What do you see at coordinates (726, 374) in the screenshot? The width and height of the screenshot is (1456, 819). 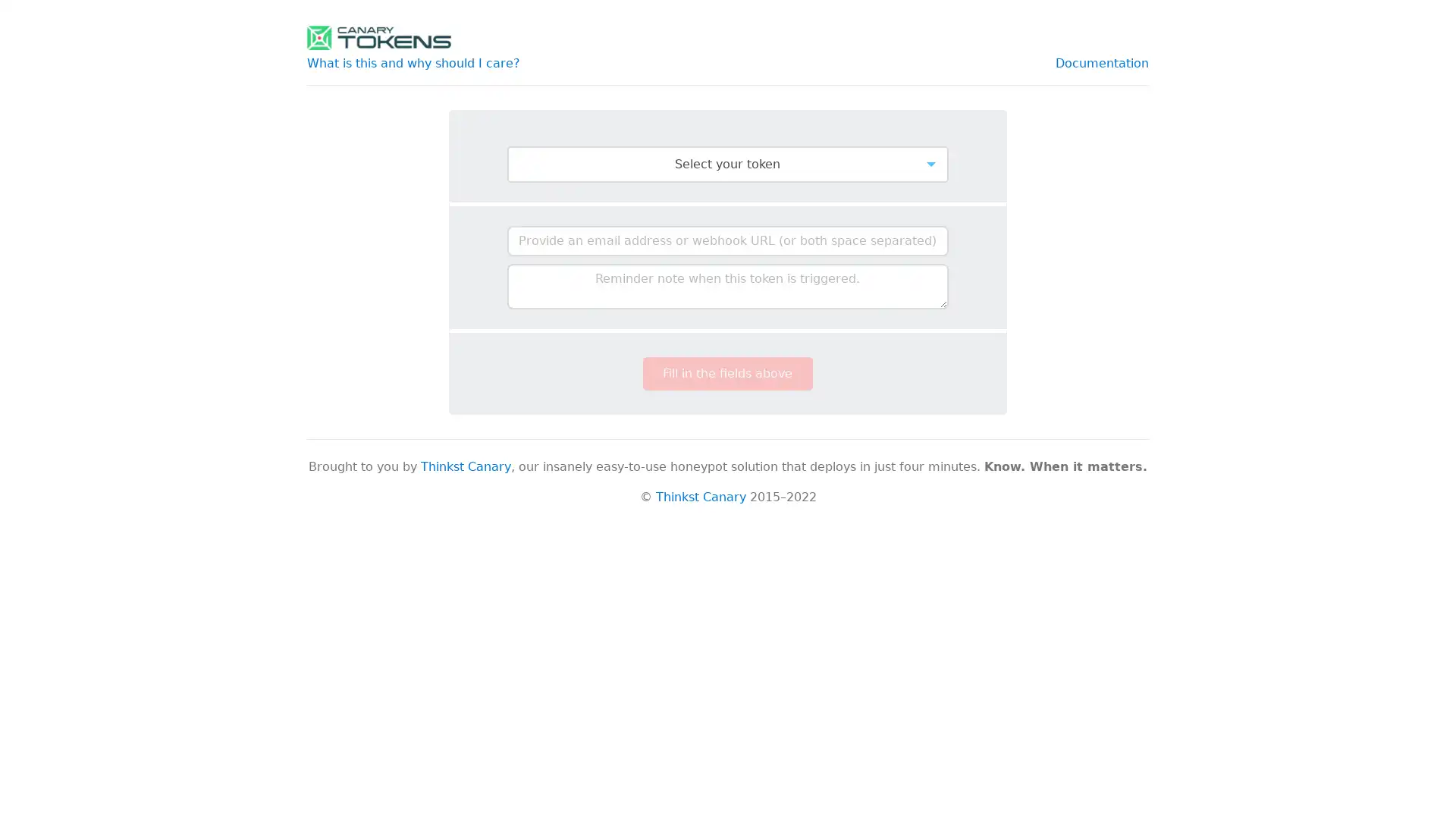 I see `Fill in the fields above` at bounding box center [726, 374].